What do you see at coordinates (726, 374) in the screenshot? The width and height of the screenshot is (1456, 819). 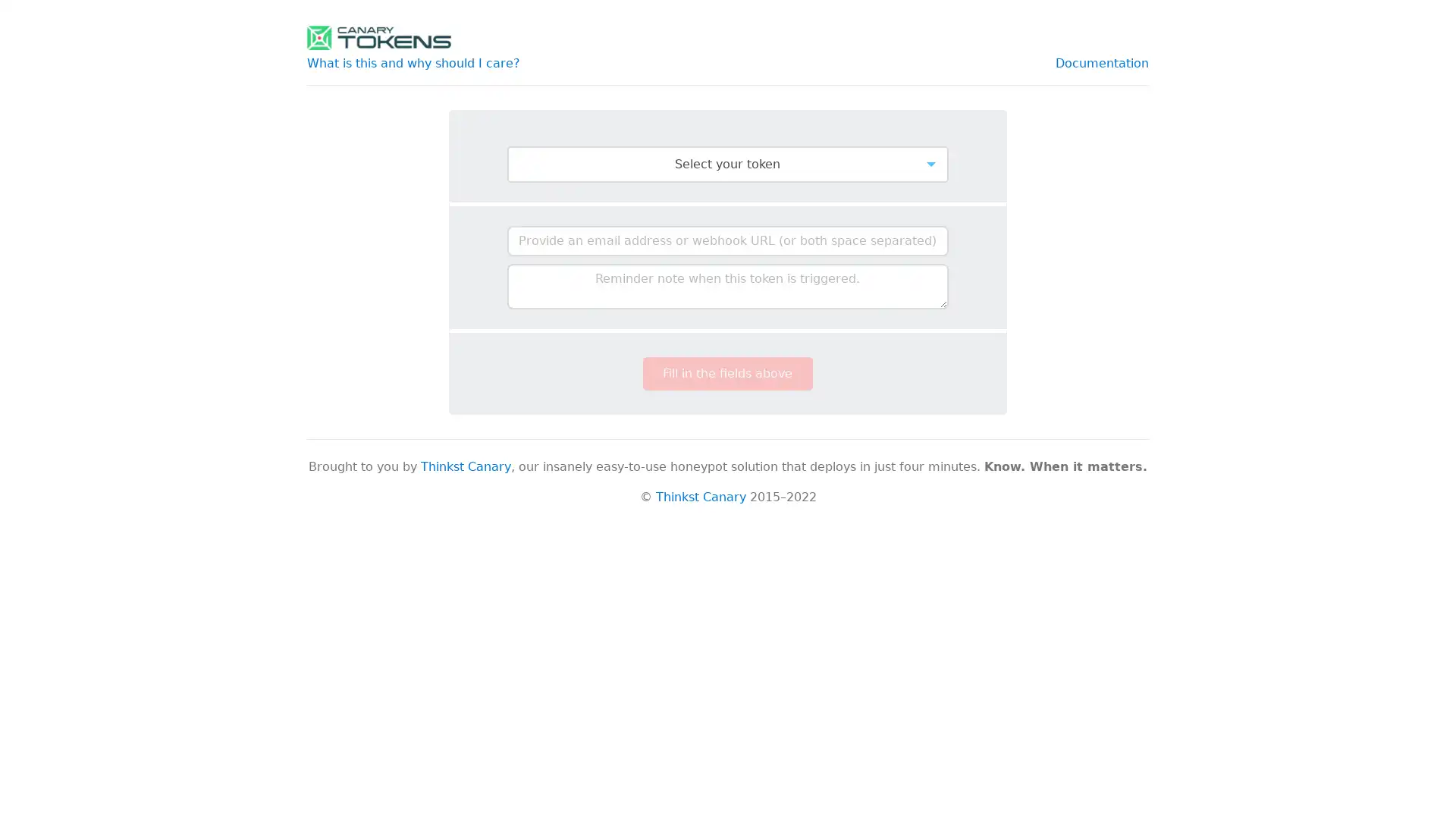 I see `Fill in the fields above` at bounding box center [726, 374].